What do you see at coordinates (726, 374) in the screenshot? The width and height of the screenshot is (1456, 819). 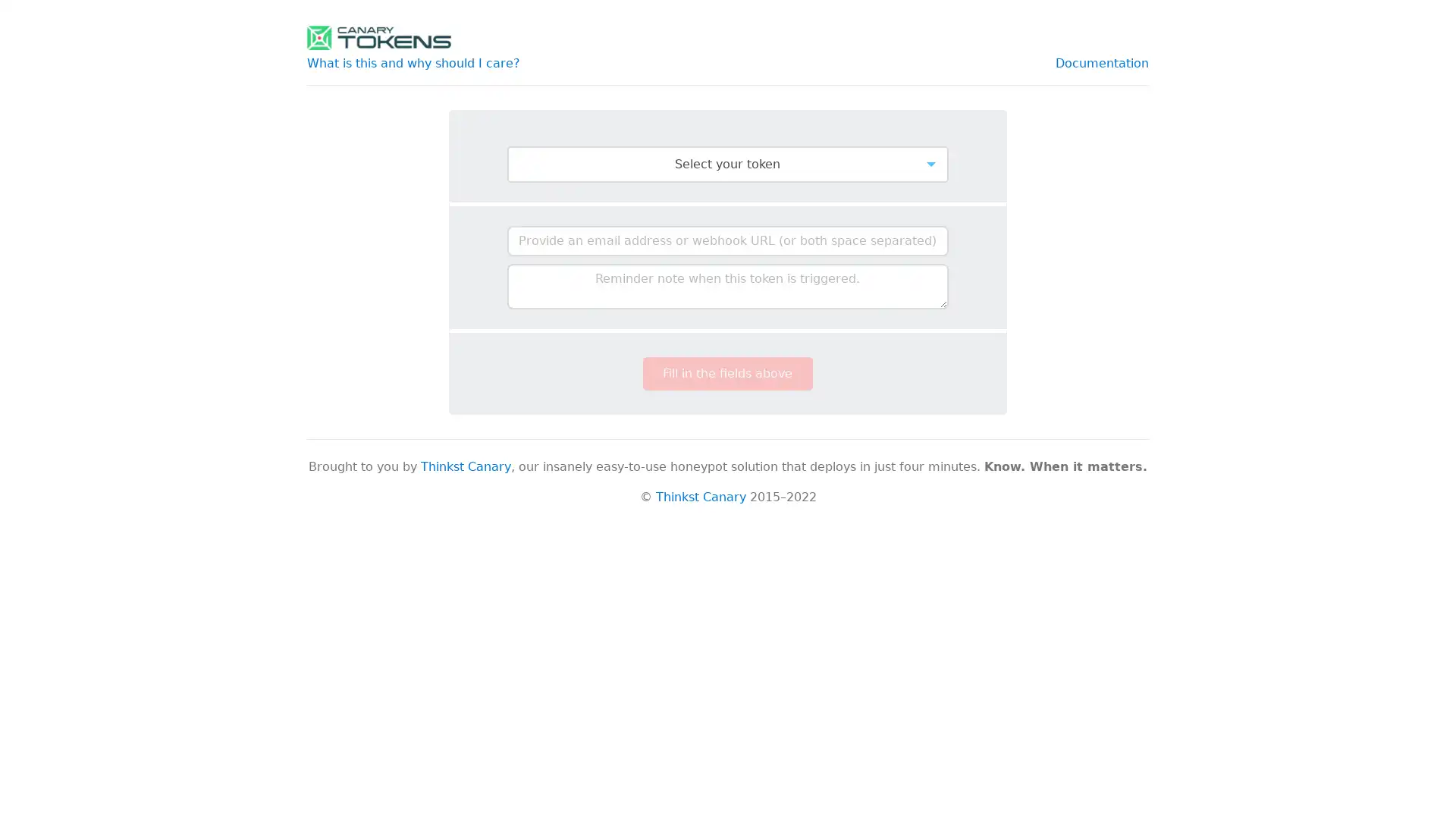 I see `Fill in the fields above` at bounding box center [726, 374].